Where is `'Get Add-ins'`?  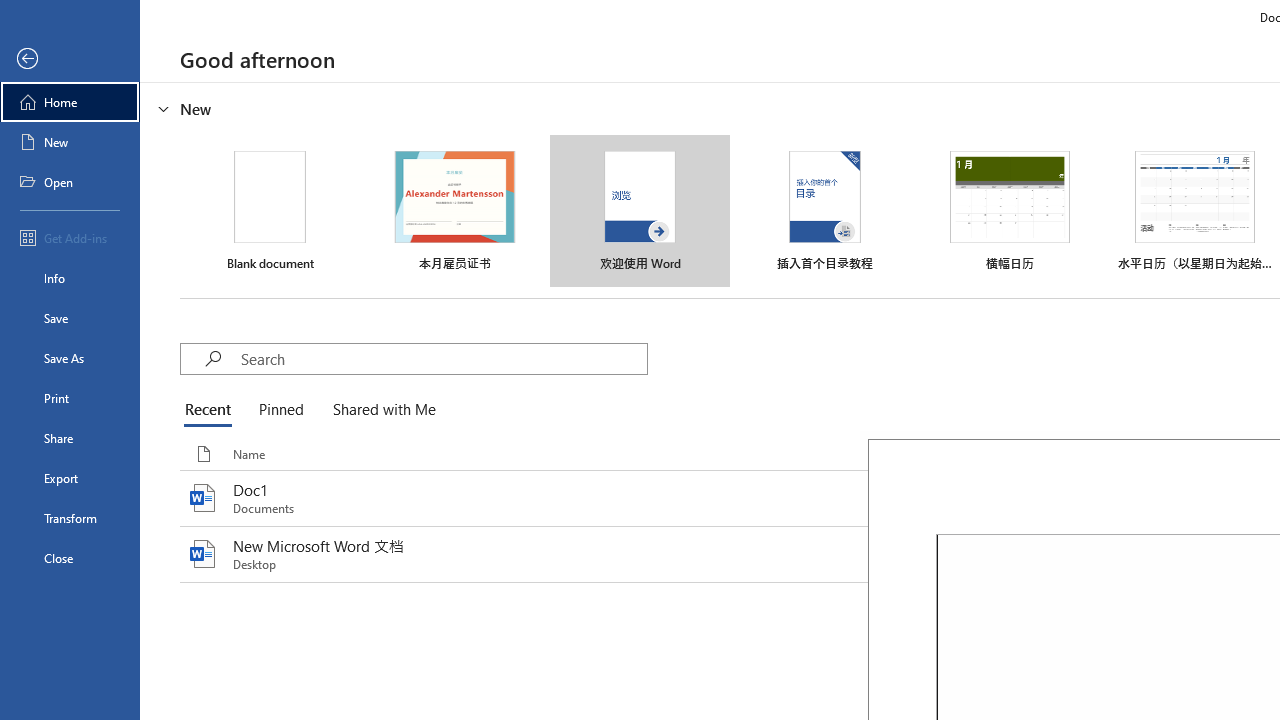
'Get Add-ins' is located at coordinates (69, 236).